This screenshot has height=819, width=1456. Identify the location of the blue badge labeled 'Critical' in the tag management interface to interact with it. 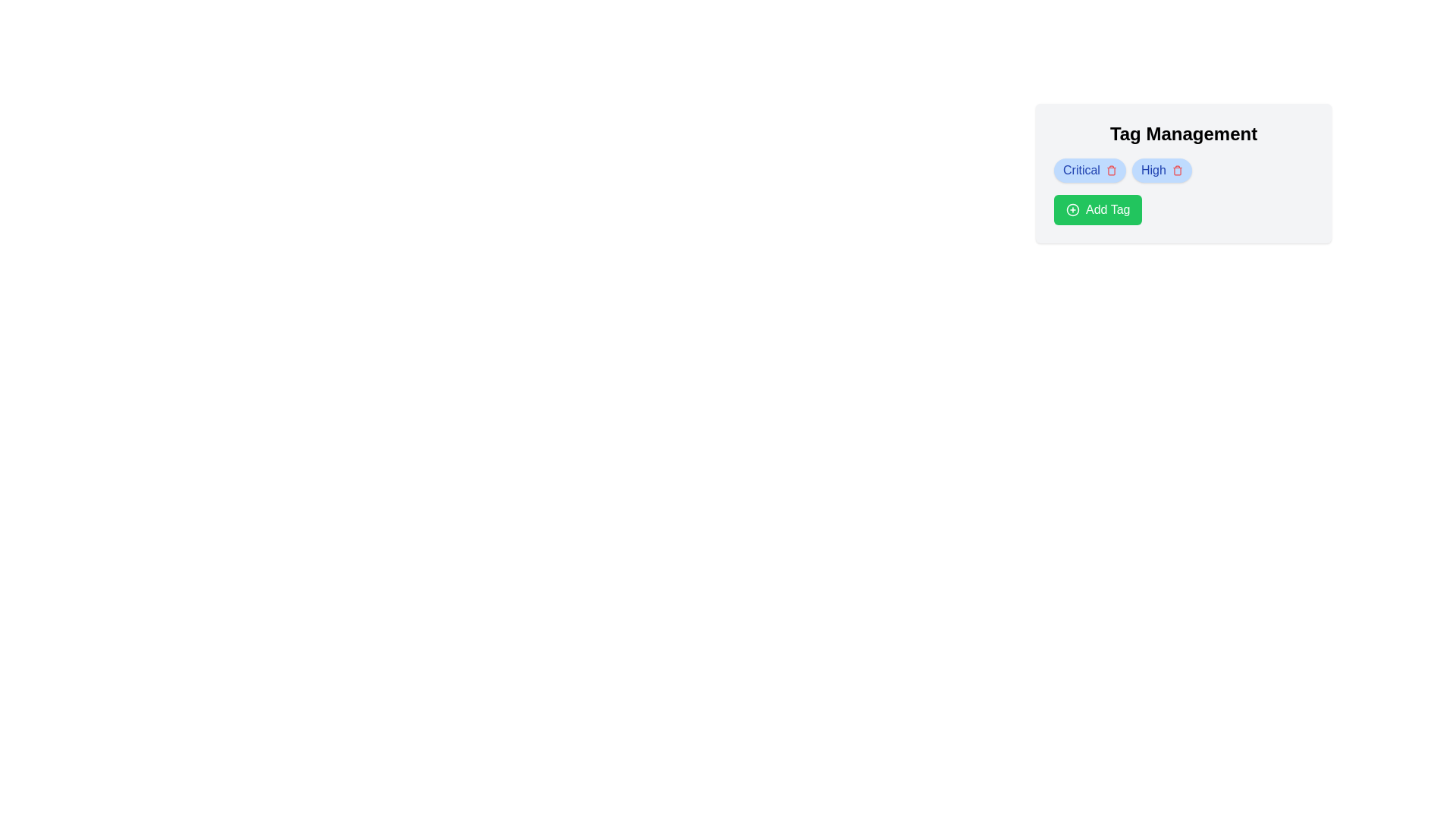
(1089, 170).